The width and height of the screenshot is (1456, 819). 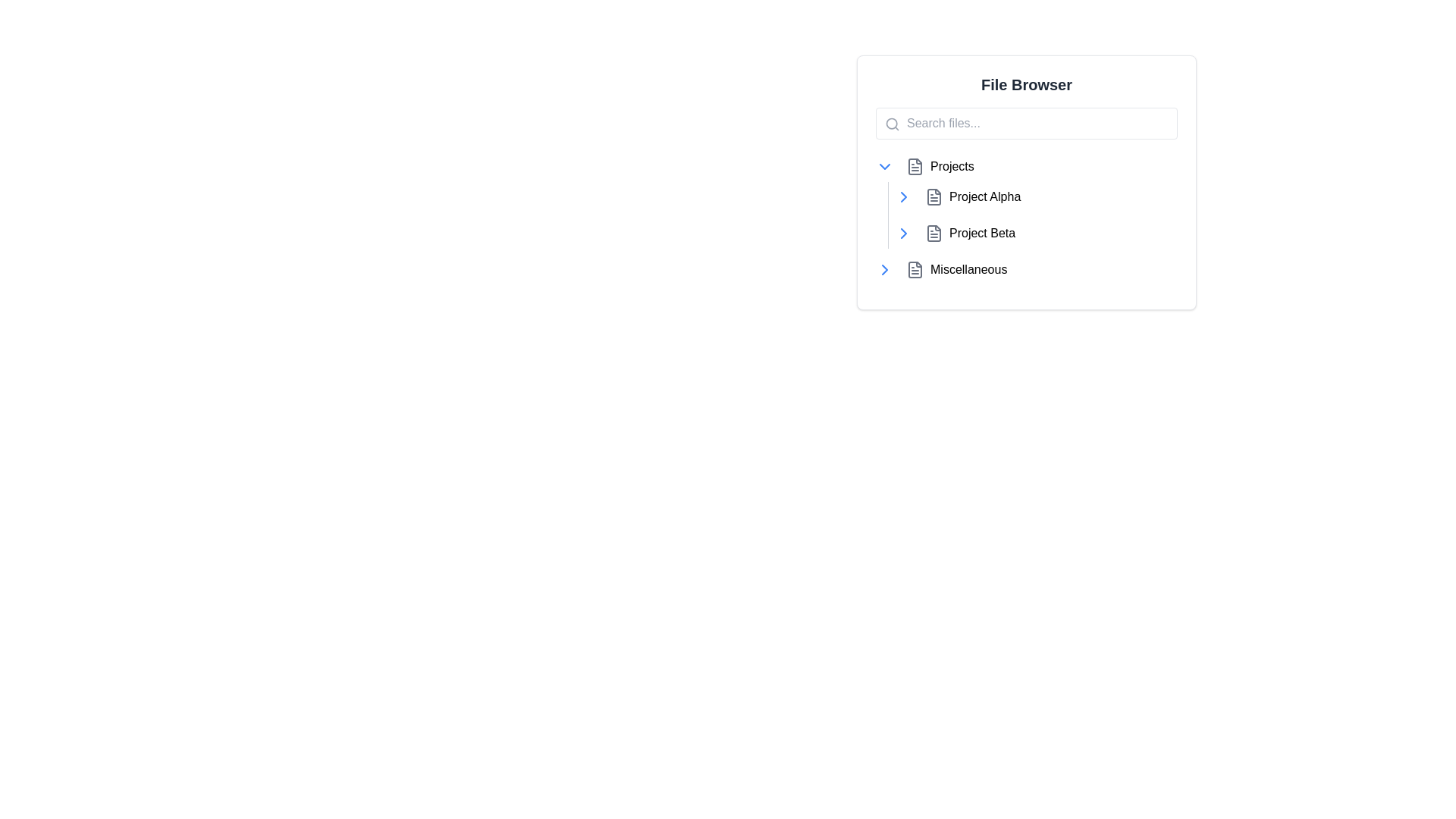 I want to click on the 'Project Beta' button, which is a rounded button with a file icon on its left, located below the 'Project Alpha' button in the file tree structure, so click(x=968, y=234).